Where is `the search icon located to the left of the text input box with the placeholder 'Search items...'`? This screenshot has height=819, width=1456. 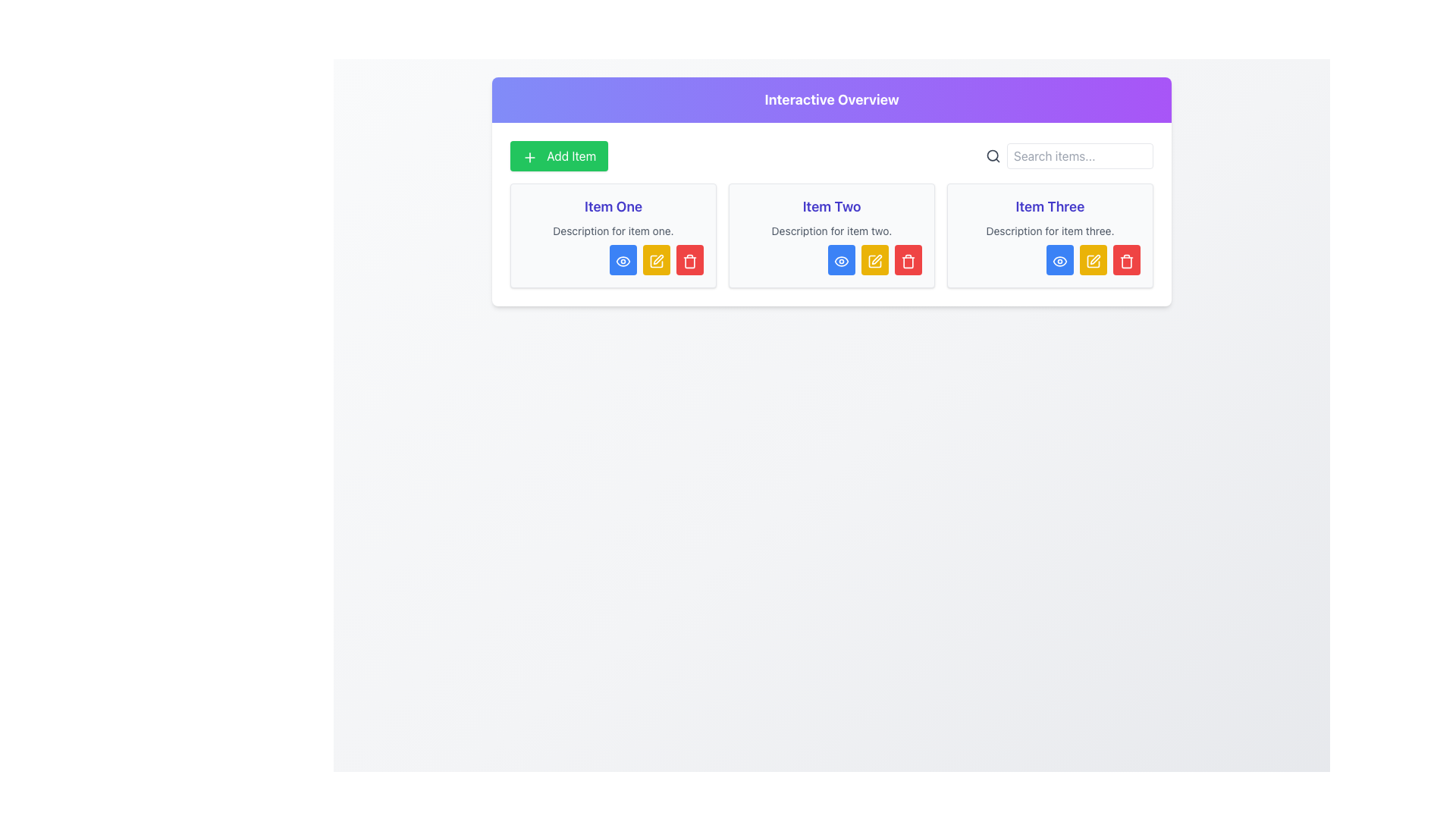
the search icon located to the left of the text input box with the placeholder 'Search items...' is located at coordinates (993, 155).